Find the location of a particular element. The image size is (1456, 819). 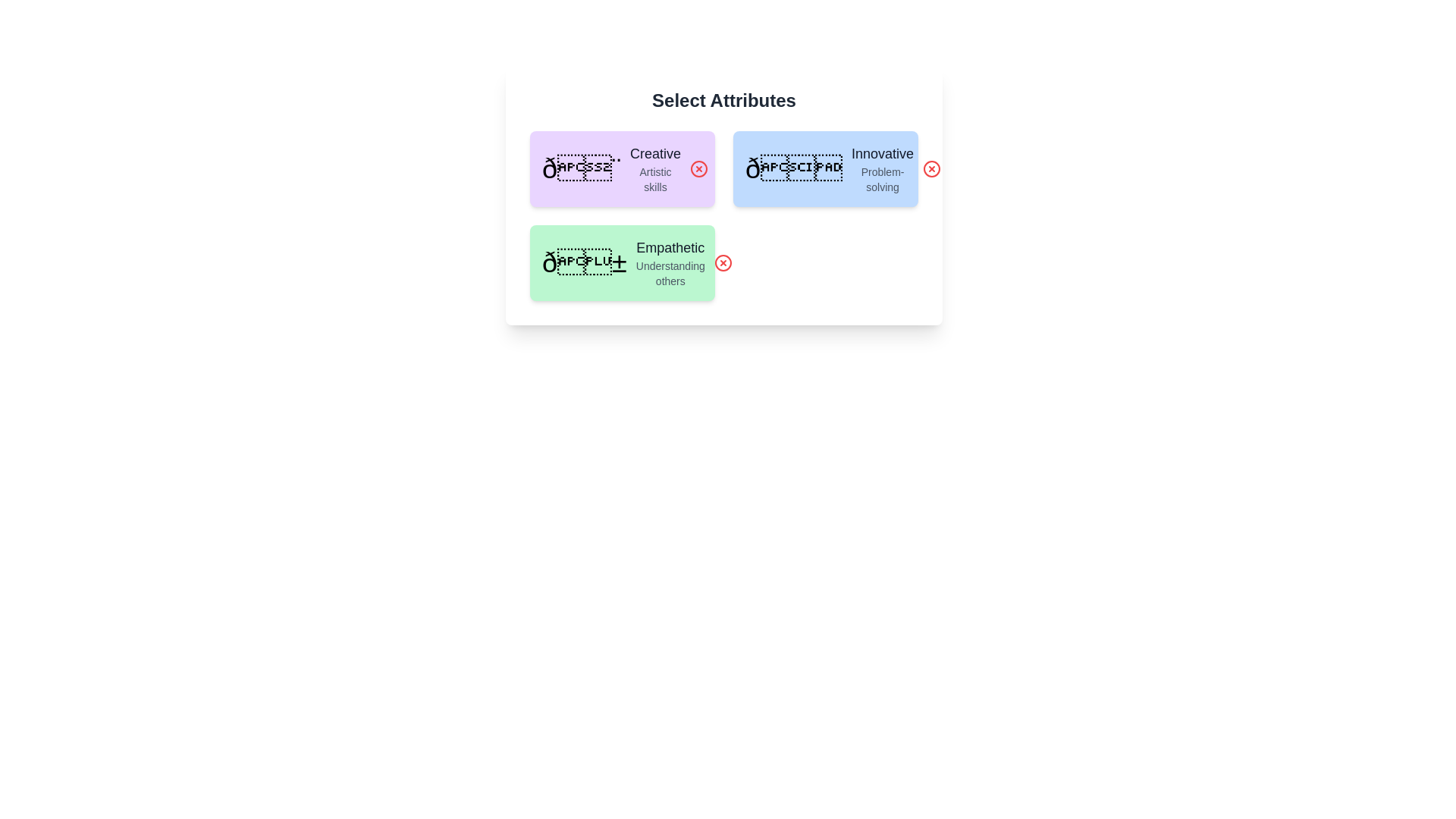

remove button for the attribute labeled Innovative is located at coordinates (931, 169).